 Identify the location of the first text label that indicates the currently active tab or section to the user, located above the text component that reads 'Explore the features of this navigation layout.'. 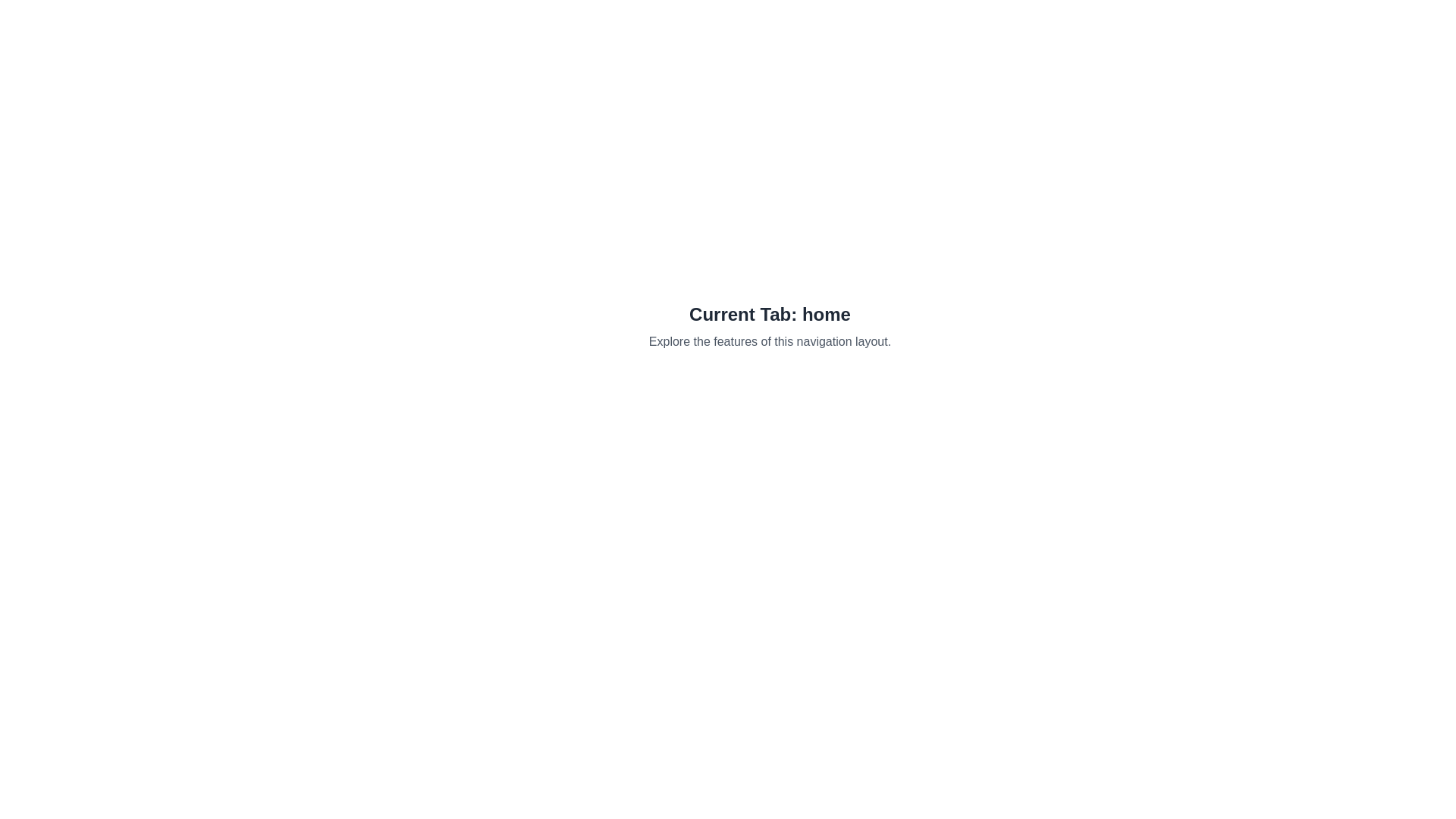
(770, 314).